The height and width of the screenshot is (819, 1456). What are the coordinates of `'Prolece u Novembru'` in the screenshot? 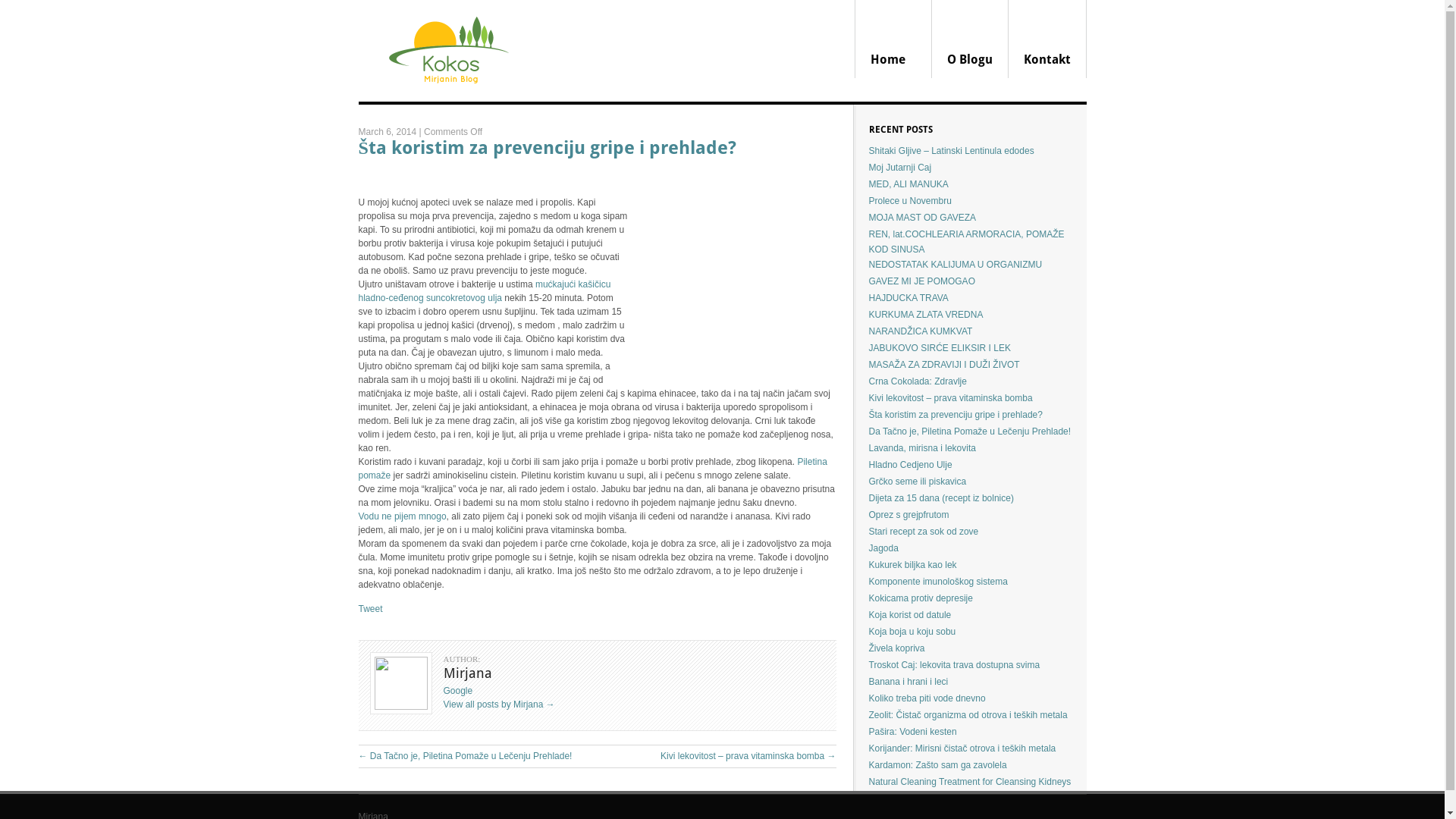 It's located at (910, 200).